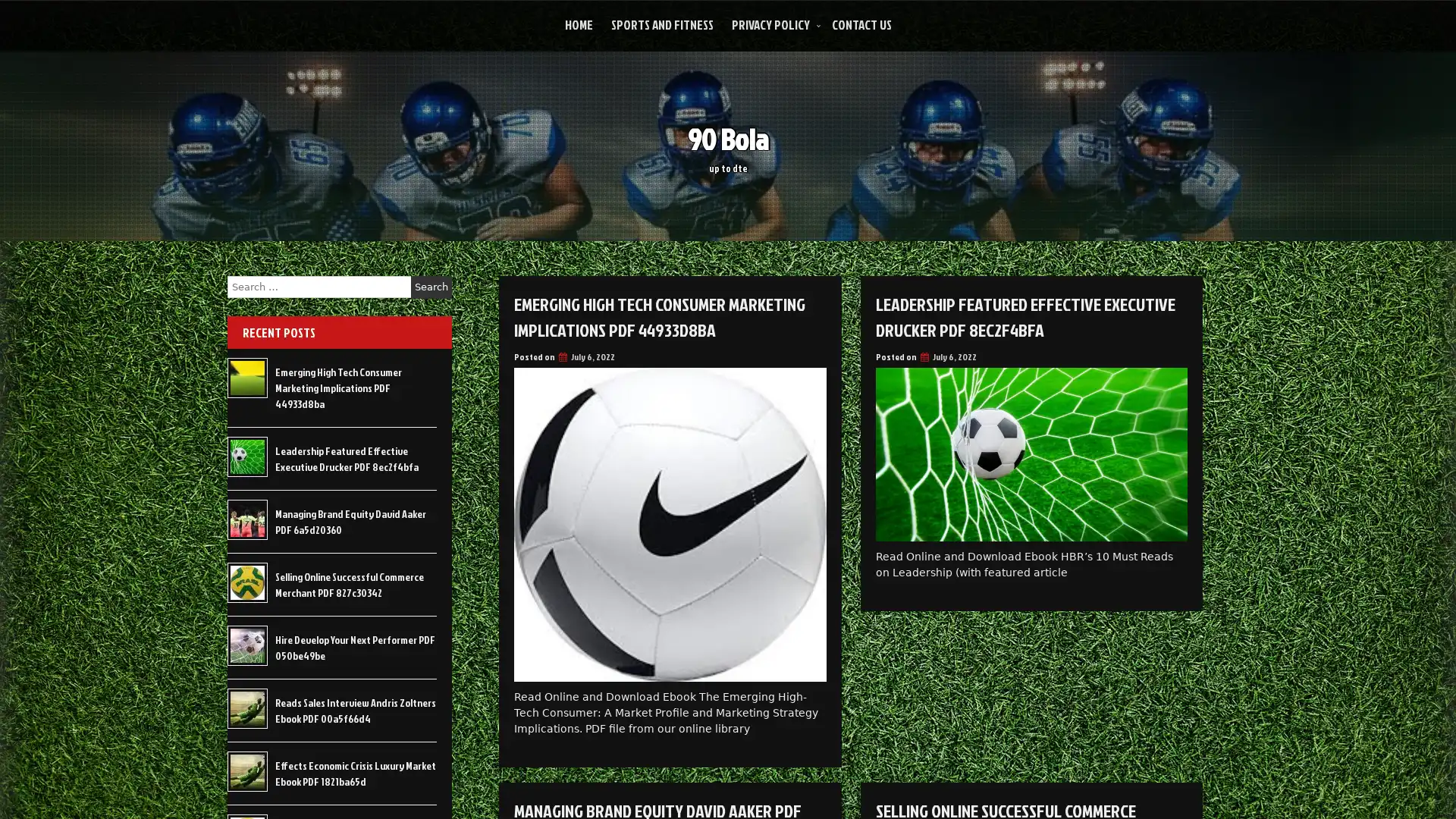 Image resolution: width=1456 pixels, height=819 pixels. Describe the element at coordinates (431, 287) in the screenshot. I see `Search` at that location.